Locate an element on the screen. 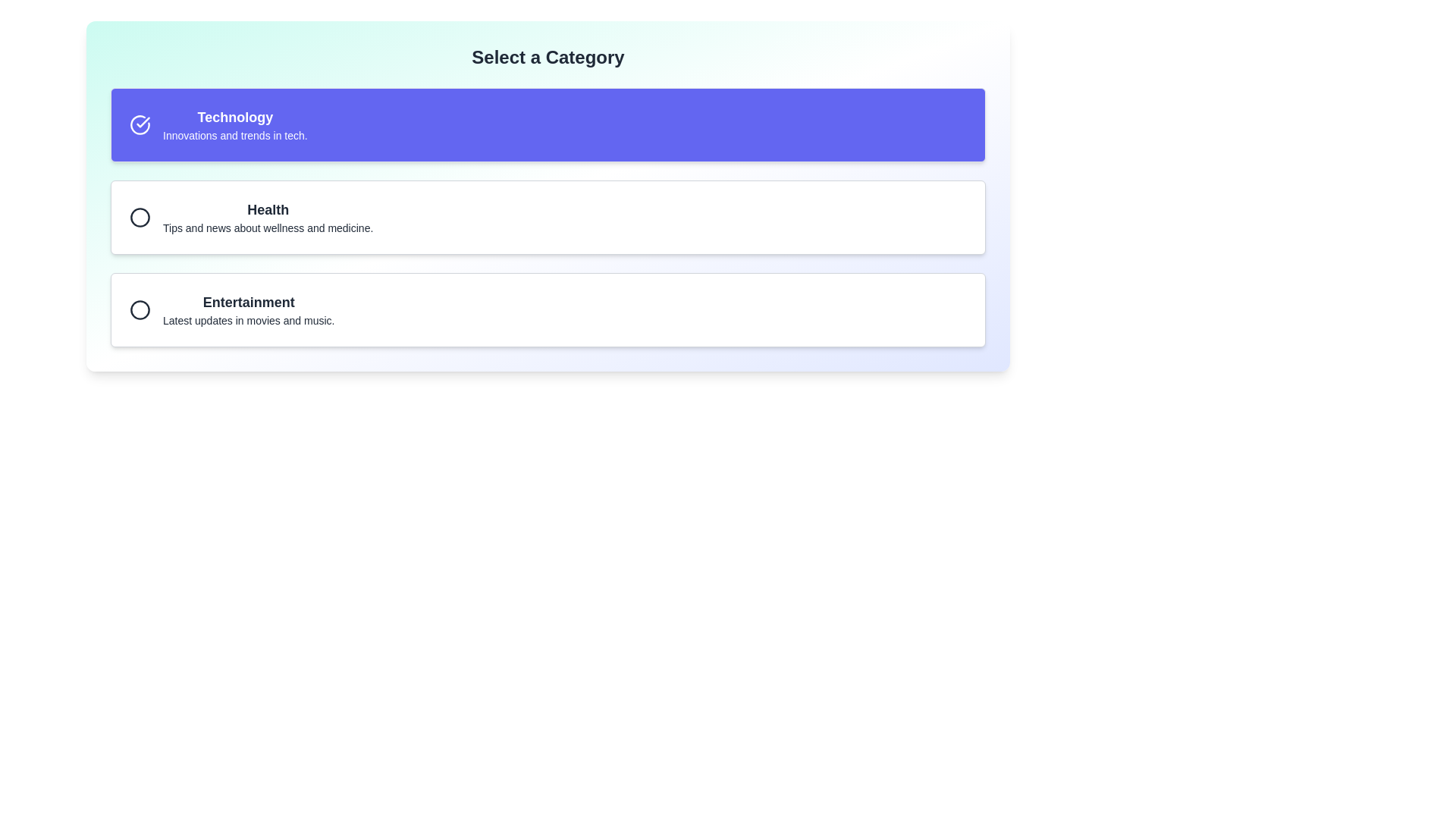 The image size is (1456, 819). the text label displaying 'Latest updates in movies and music.' positioned below the 'Entertainment' heading is located at coordinates (249, 320).